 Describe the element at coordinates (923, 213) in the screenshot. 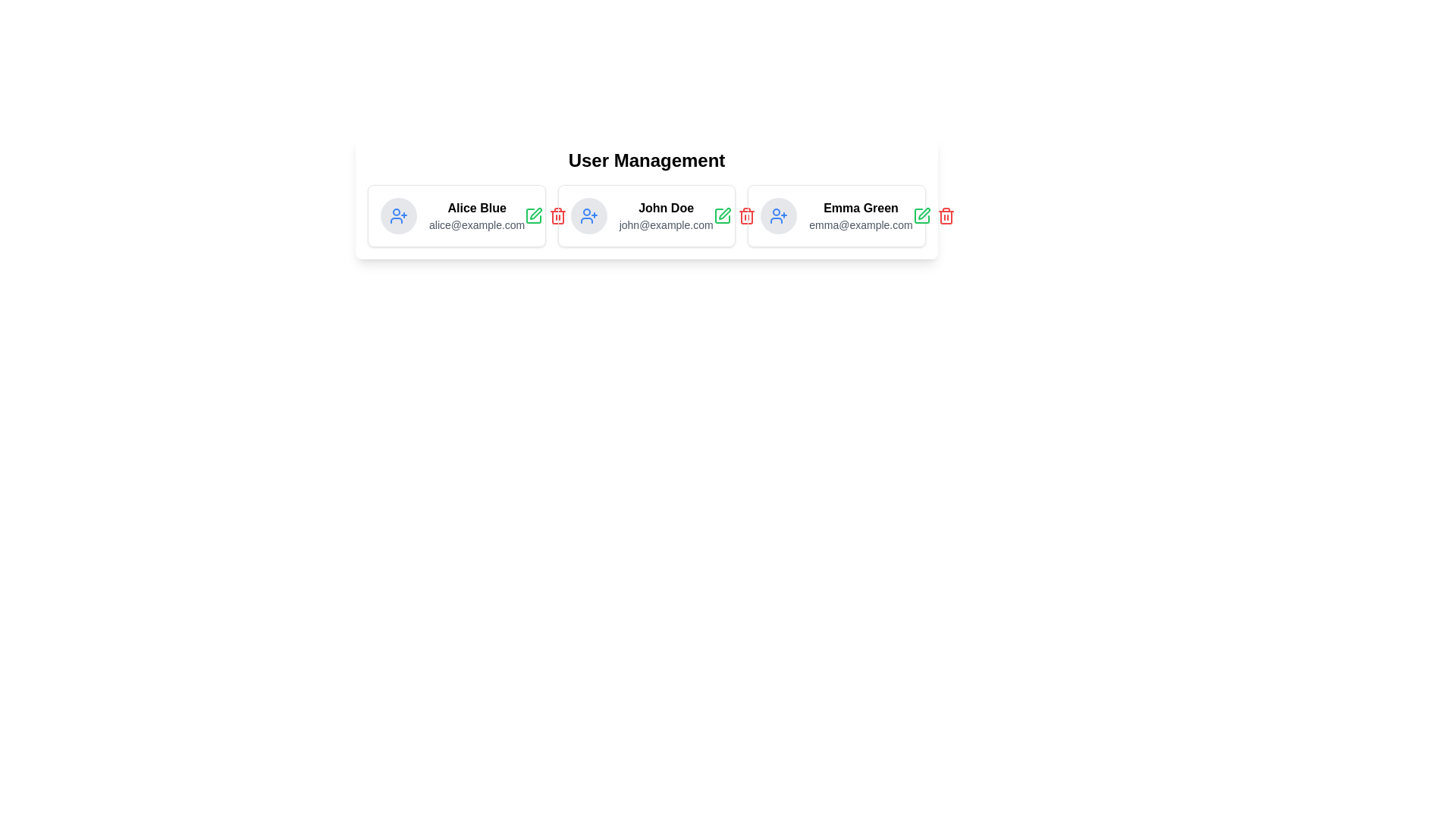

I see `the edit button located to the right of the user name 'Emma Green' to initiate editing of the associated user information block` at that location.